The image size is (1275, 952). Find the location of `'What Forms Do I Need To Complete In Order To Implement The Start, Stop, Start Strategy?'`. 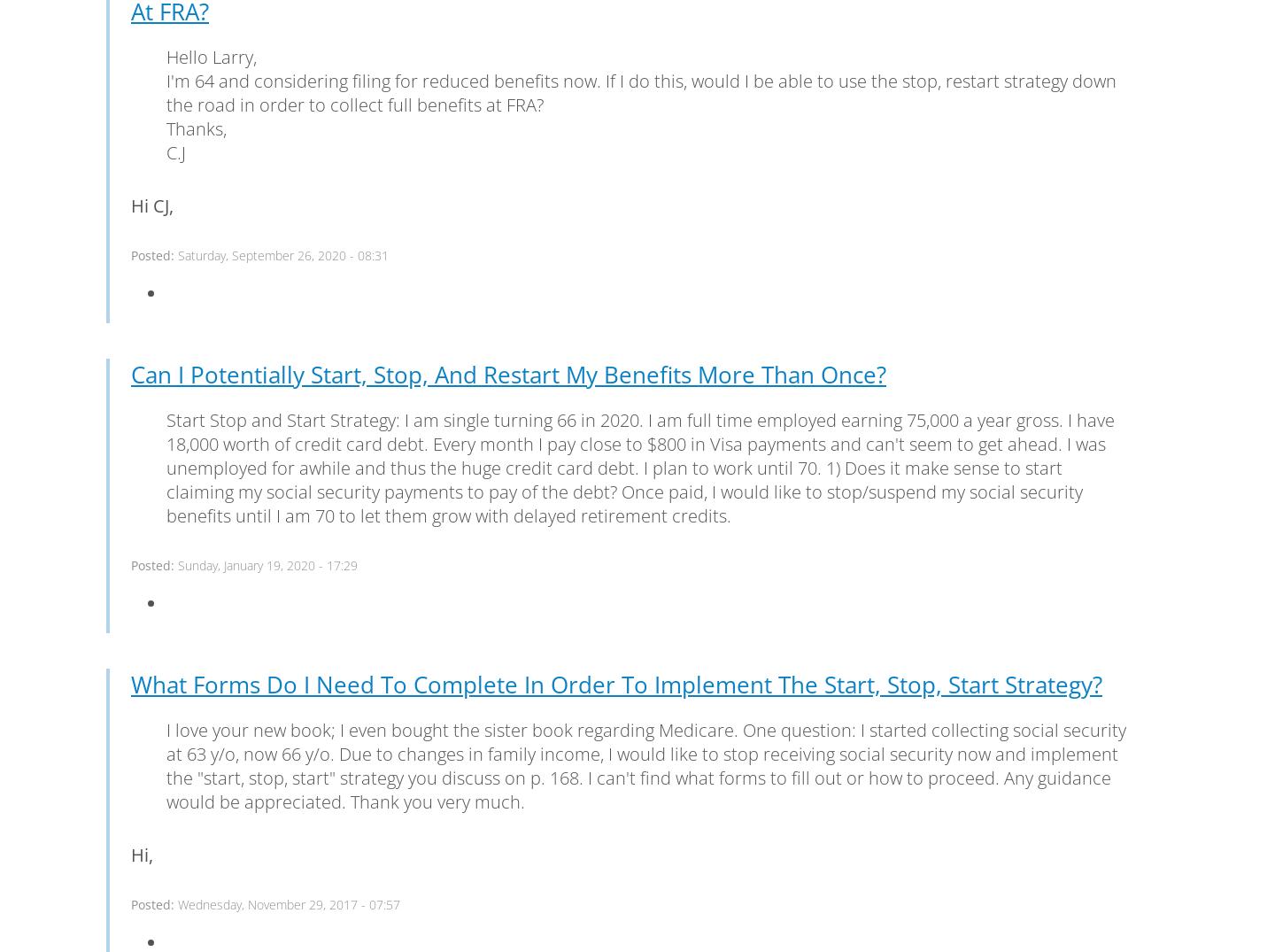

'What Forms Do I Need To Complete In Order To Implement The Start, Stop, Start Strategy?' is located at coordinates (616, 683).